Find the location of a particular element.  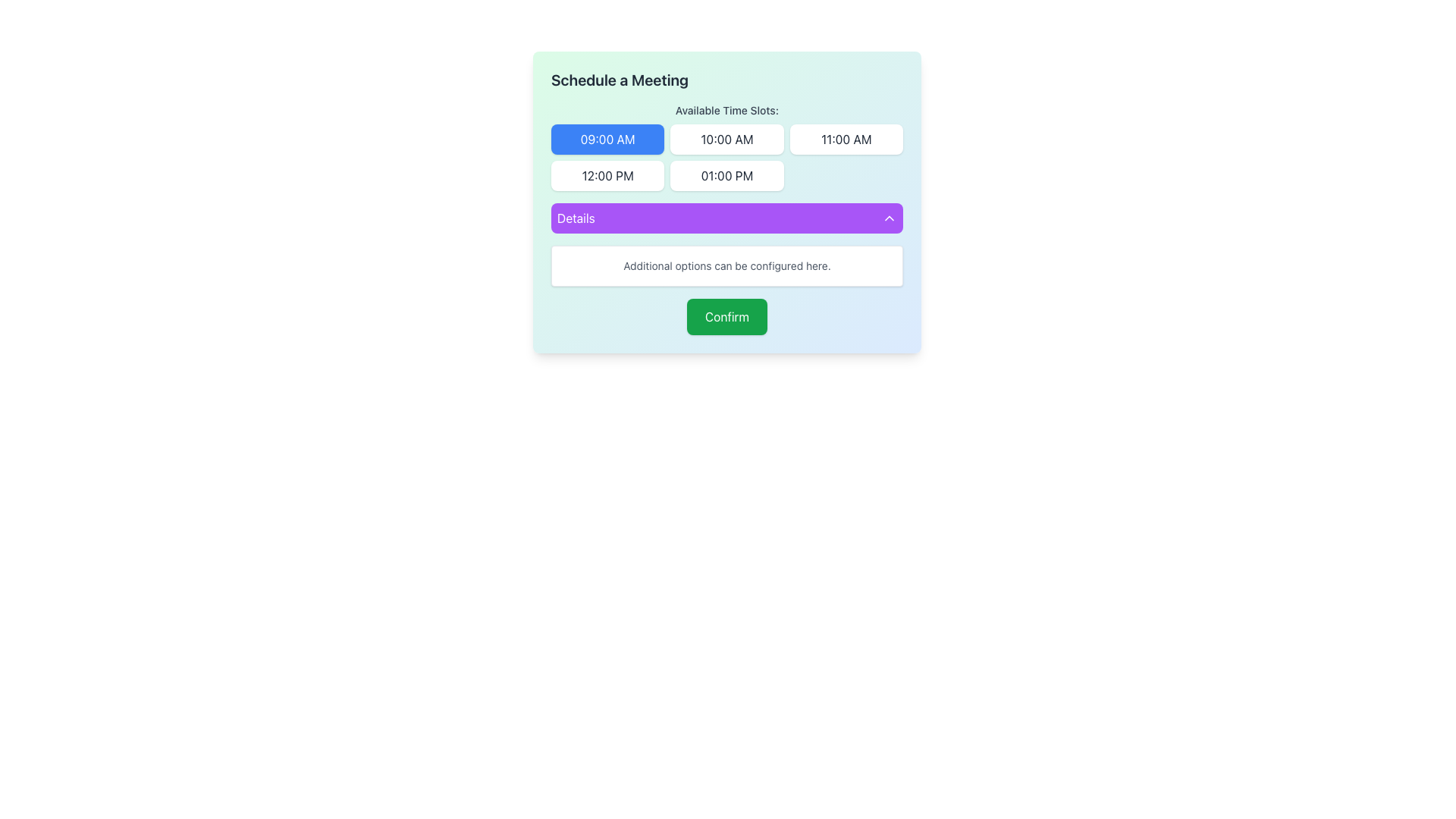

the first button in the 'Available Time Slots' section is located at coordinates (607, 140).